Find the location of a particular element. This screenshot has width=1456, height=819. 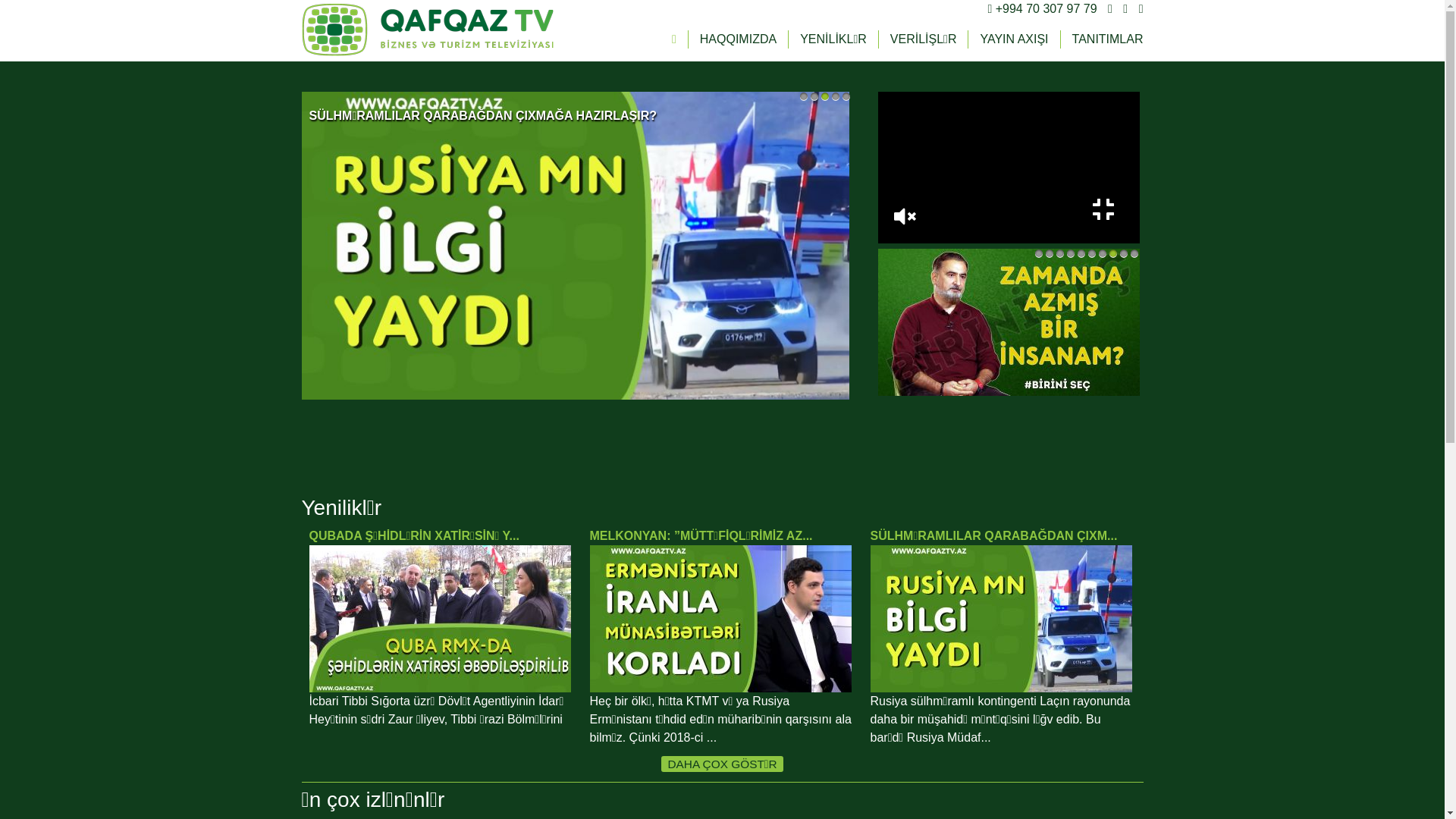

'5' is located at coordinates (1080, 253).